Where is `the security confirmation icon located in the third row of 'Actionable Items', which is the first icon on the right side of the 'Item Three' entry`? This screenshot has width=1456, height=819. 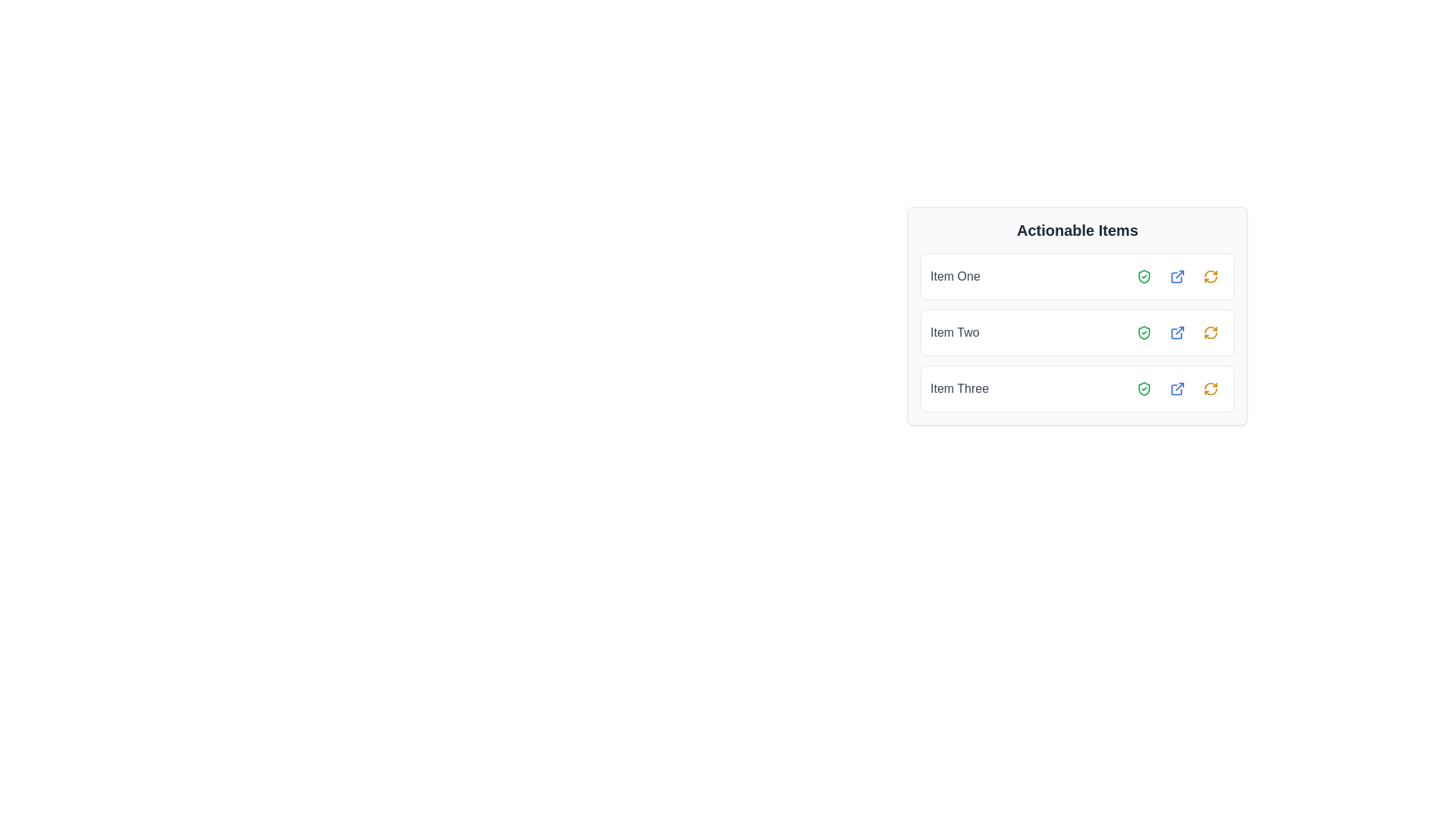 the security confirmation icon located in the third row of 'Actionable Items', which is the first icon on the right side of the 'Item Three' entry is located at coordinates (1144, 388).